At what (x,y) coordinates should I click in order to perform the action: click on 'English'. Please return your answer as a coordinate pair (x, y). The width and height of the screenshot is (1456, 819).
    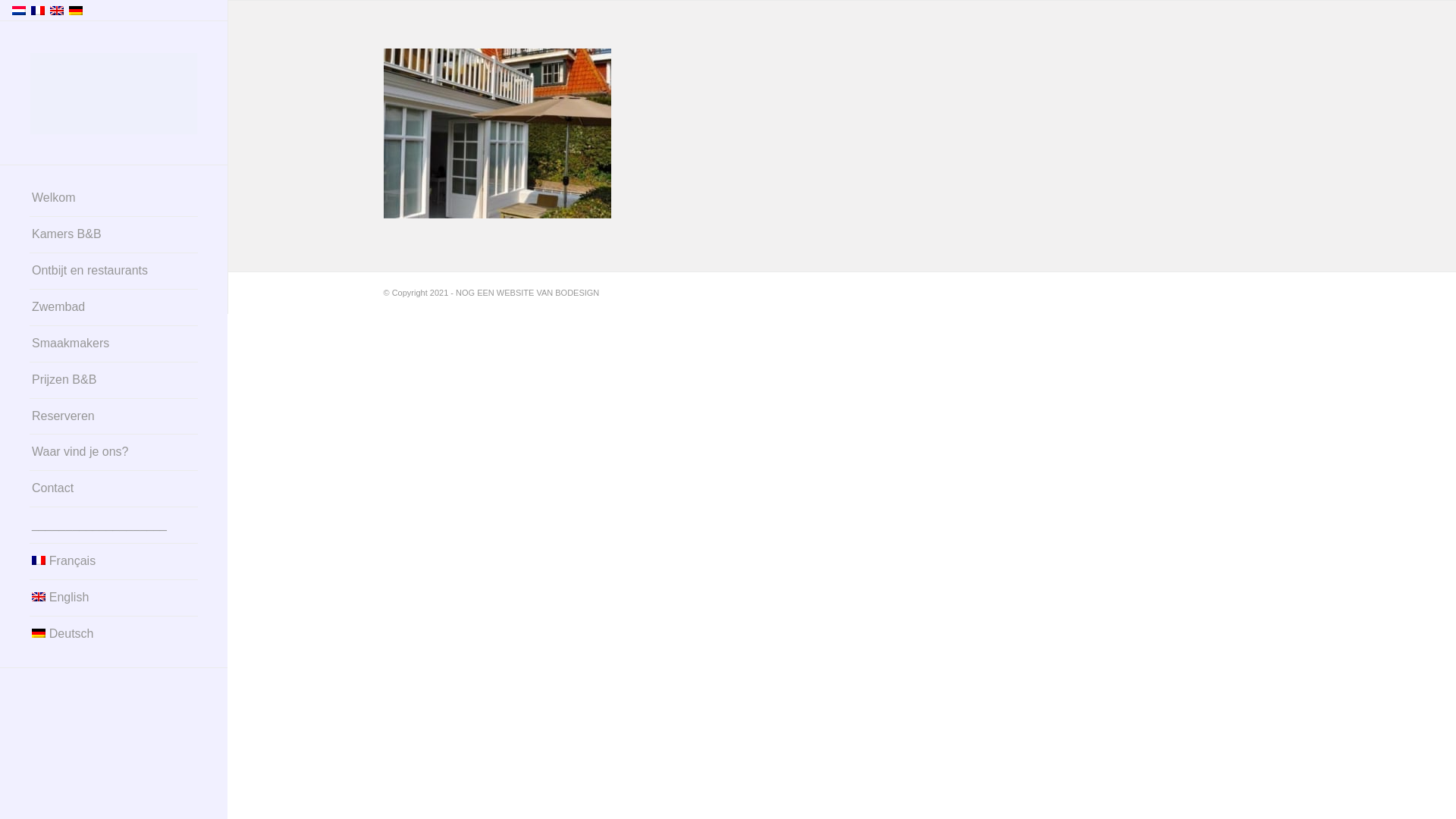
    Looking at the image, I should click on (112, 598).